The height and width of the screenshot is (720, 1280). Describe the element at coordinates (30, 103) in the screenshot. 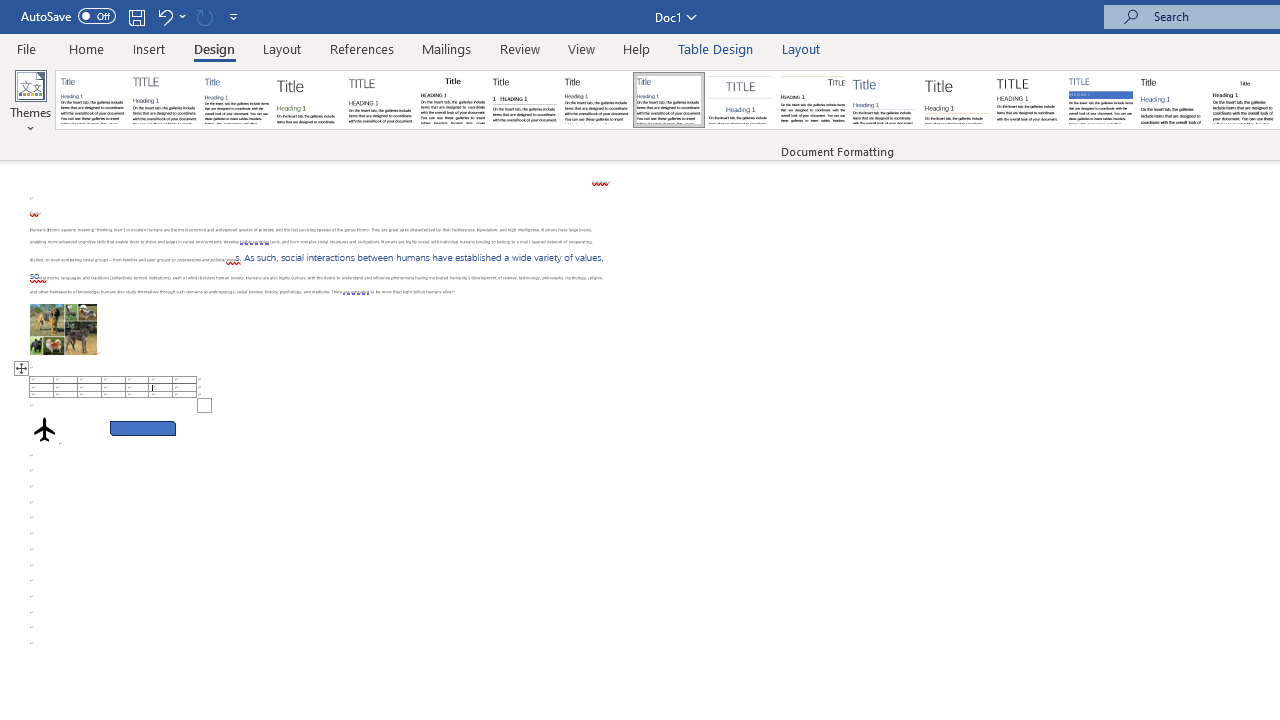

I see `'Themes'` at that location.